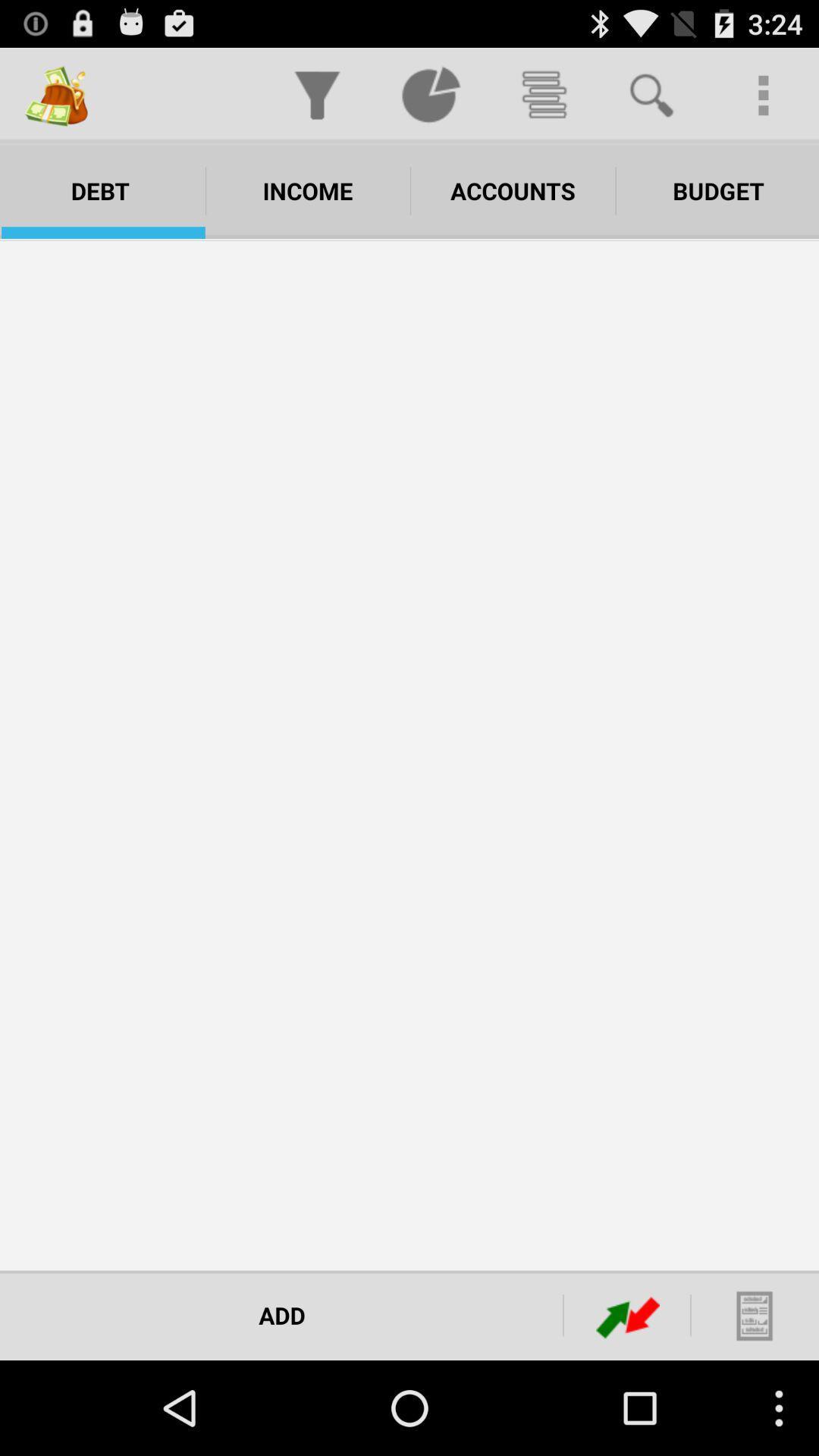 The image size is (819, 1456). I want to click on the swap icon, so click(628, 1407).